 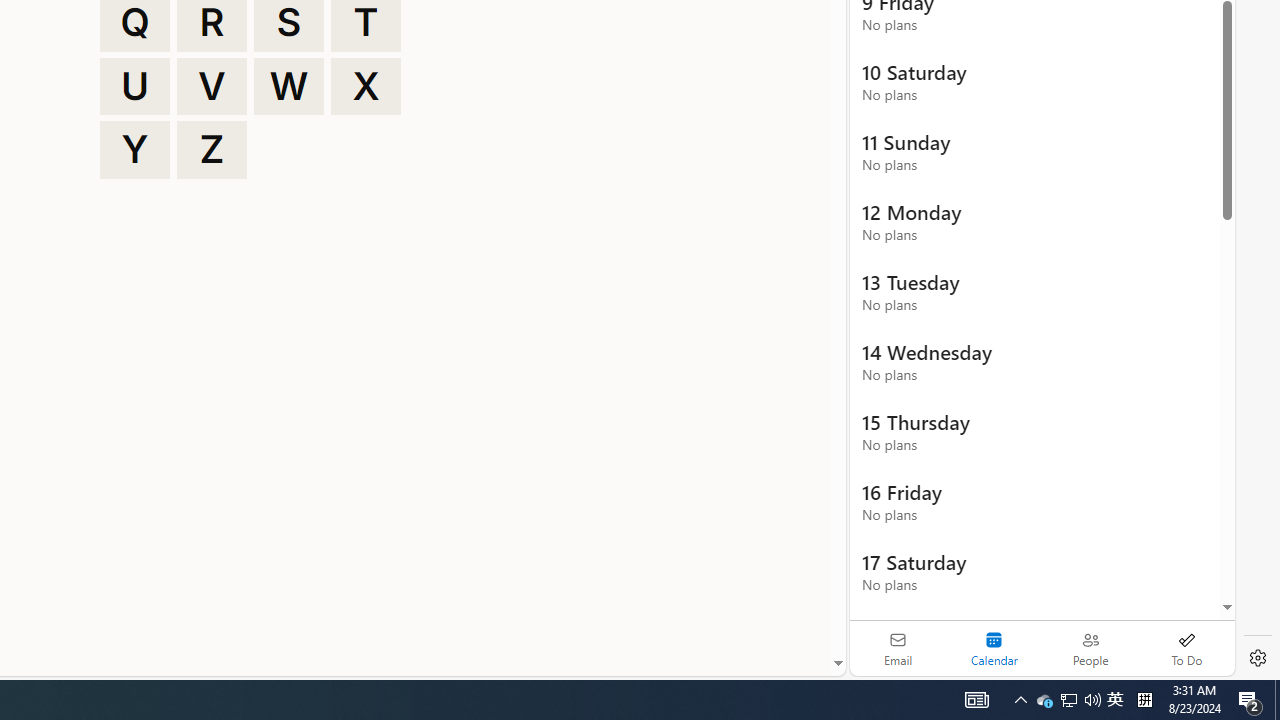 What do you see at coordinates (994, 648) in the screenshot?
I see `'Selected calendar module. Date today is 22'` at bounding box center [994, 648].